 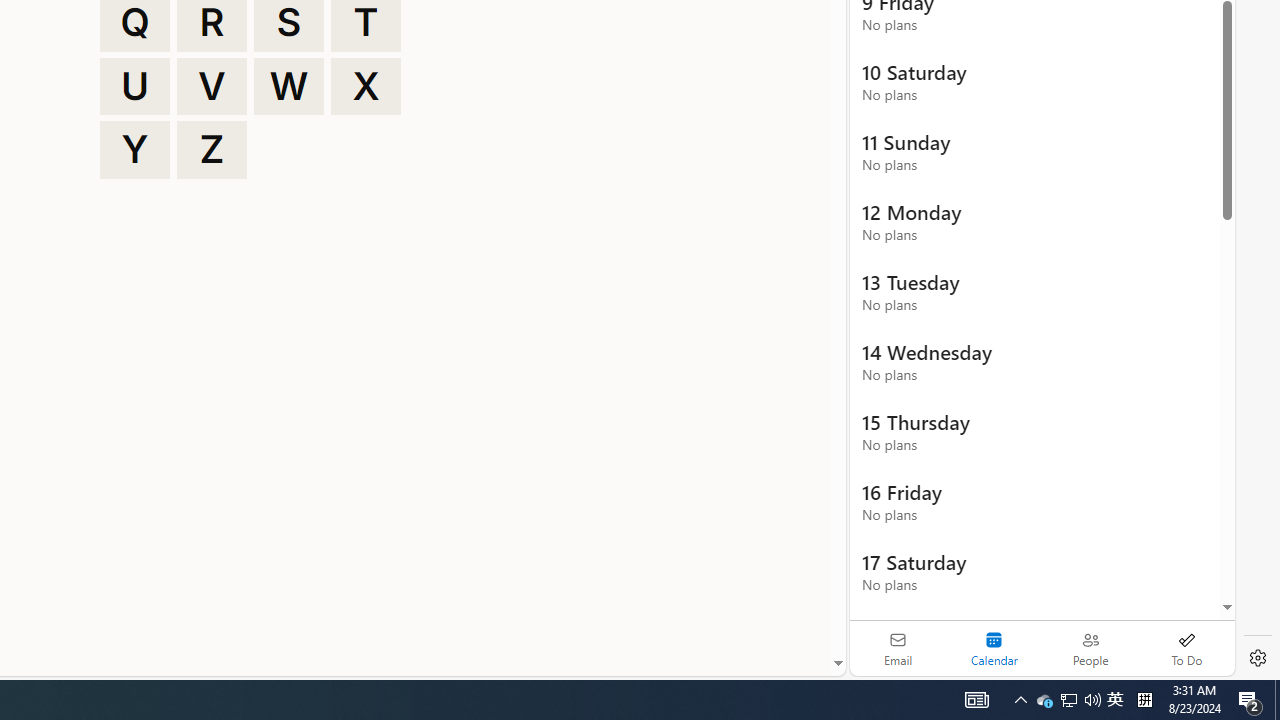 What do you see at coordinates (994, 648) in the screenshot?
I see `'Selected calendar module. Date today is 22'` at bounding box center [994, 648].